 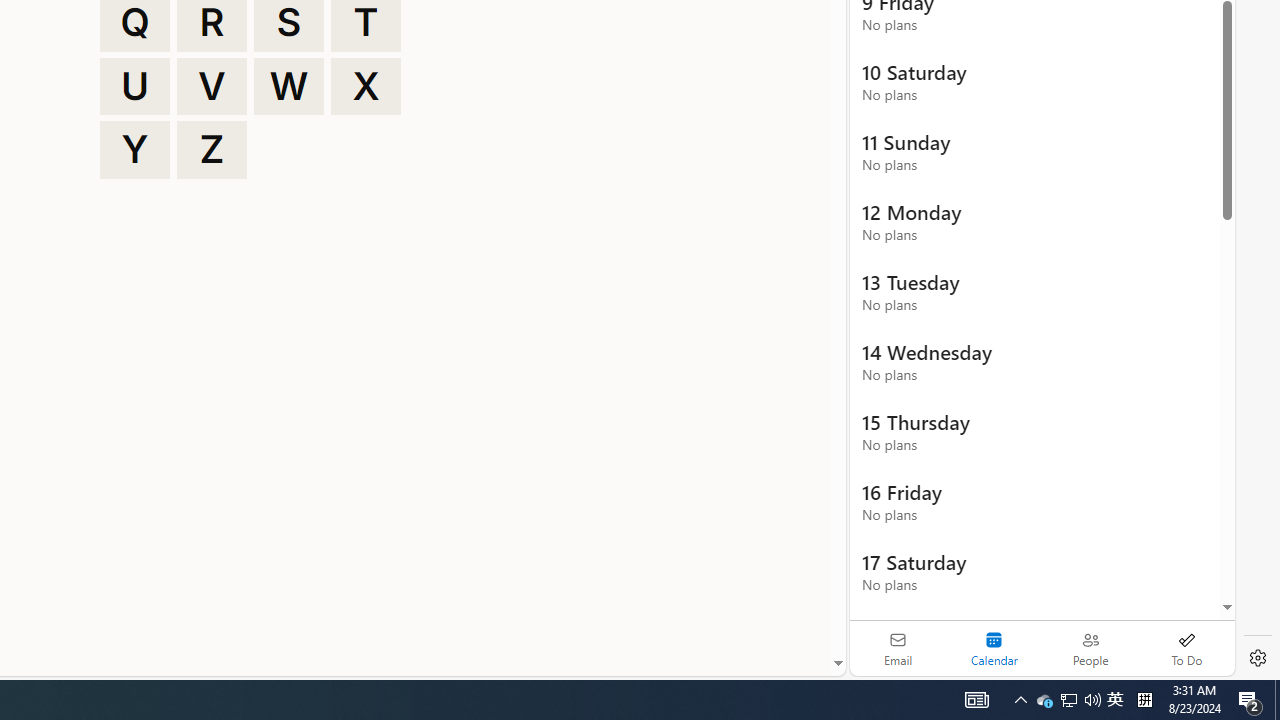 What do you see at coordinates (994, 648) in the screenshot?
I see `'Selected calendar module. Date today is 22'` at bounding box center [994, 648].